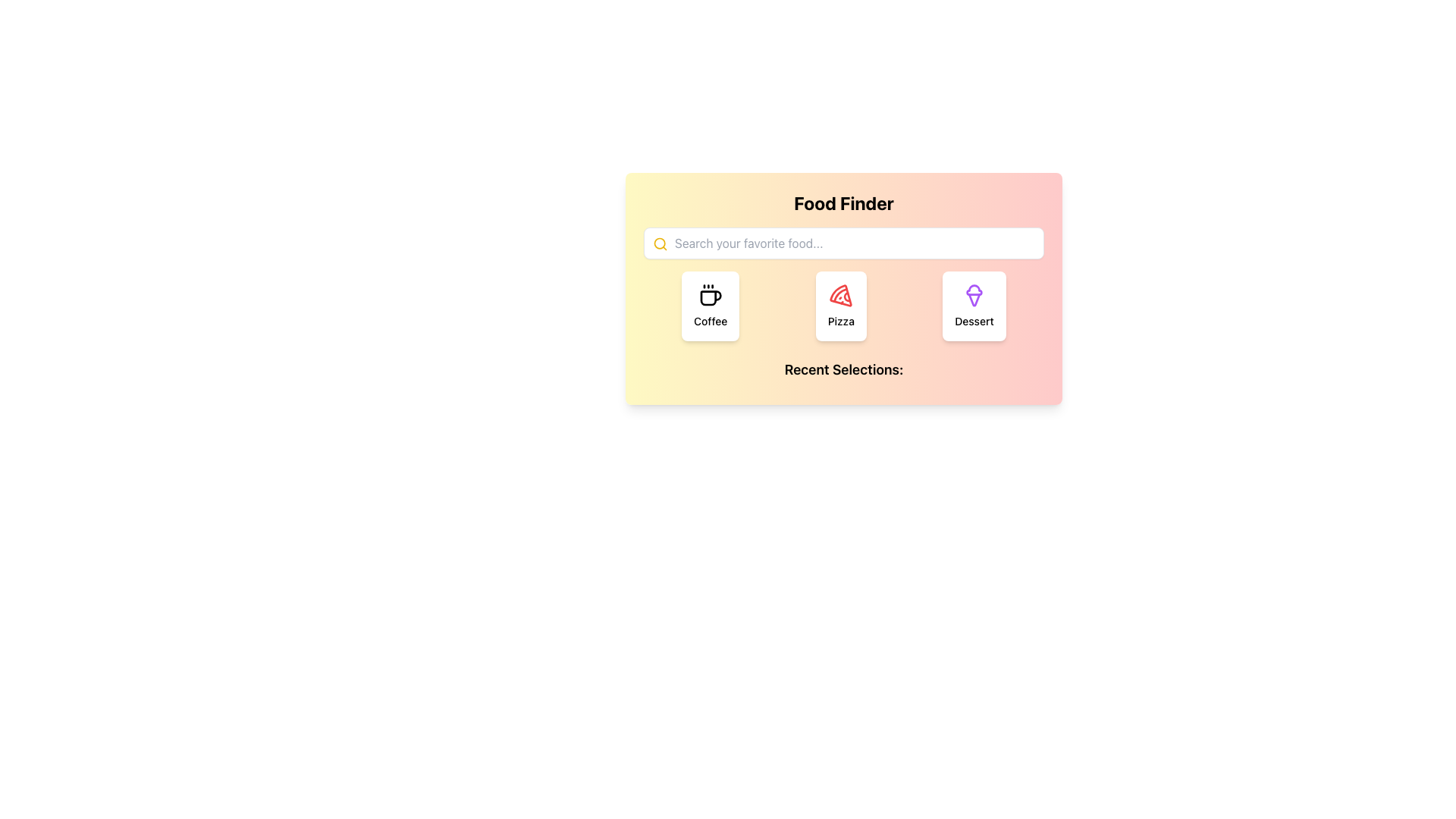  What do you see at coordinates (846, 297) in the screenshot?
I see `the Decorative illustration component of the pizza icon, which is located on the right side of the pizza illustration within the menu options` at bounding box center [846, 297].